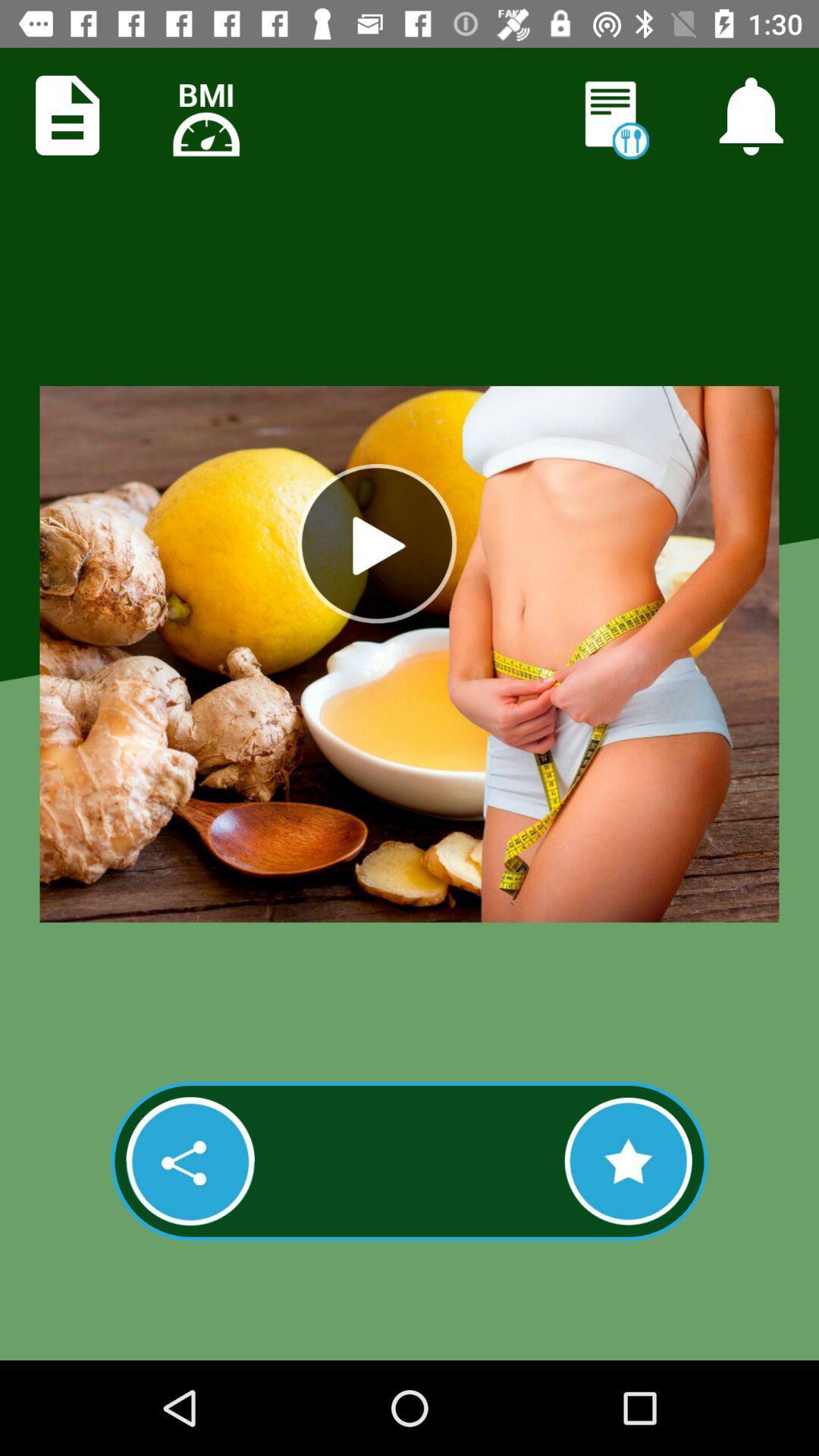 This screenshot has width=819, height=1456. What do you see at coordinates (67, 115) in the screenshot?
I see `page` at bounding box center [67, 115].